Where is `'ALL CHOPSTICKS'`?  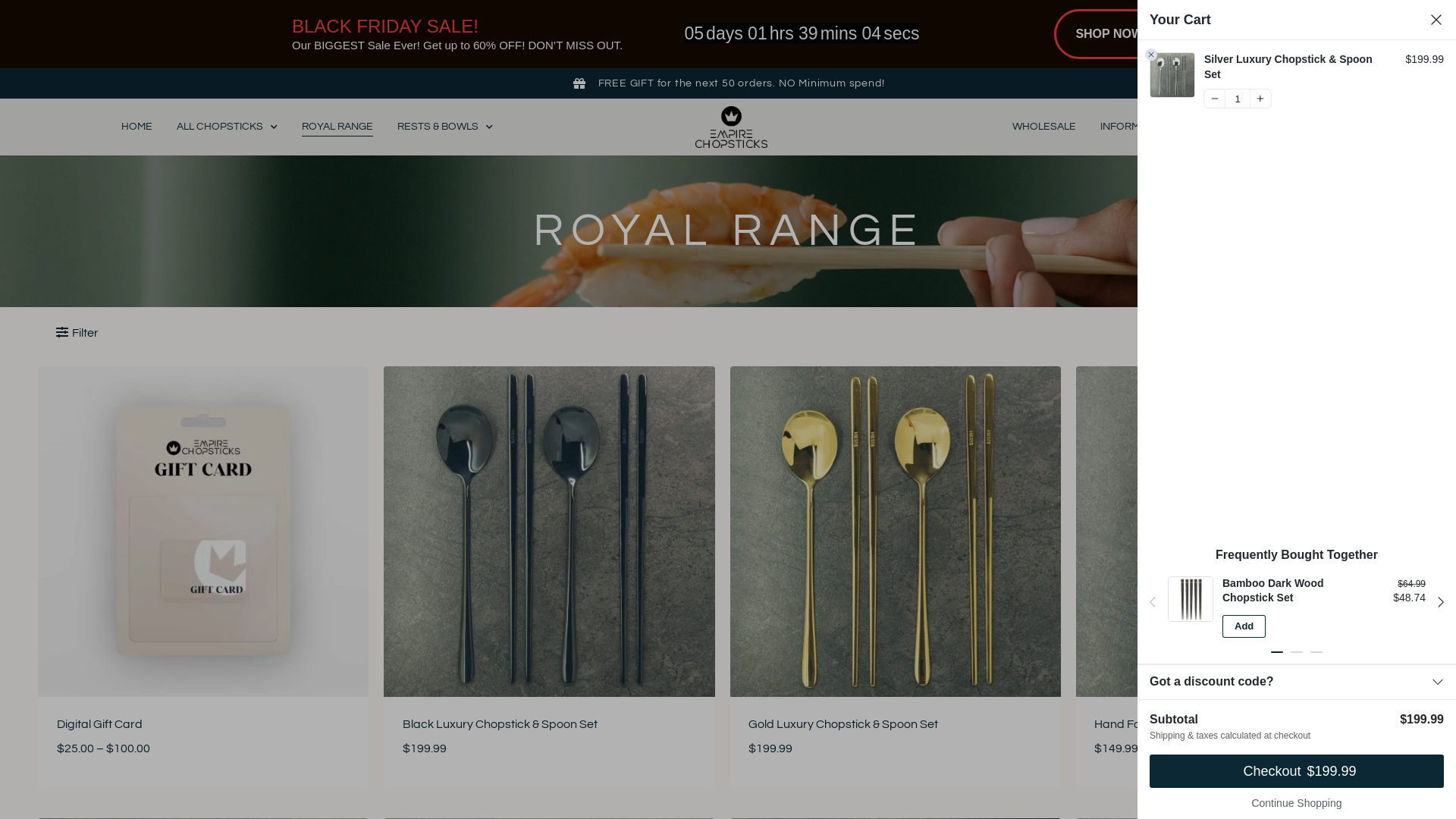 'ALL CHOPSTICKS' is located at coordinates (226, 126).